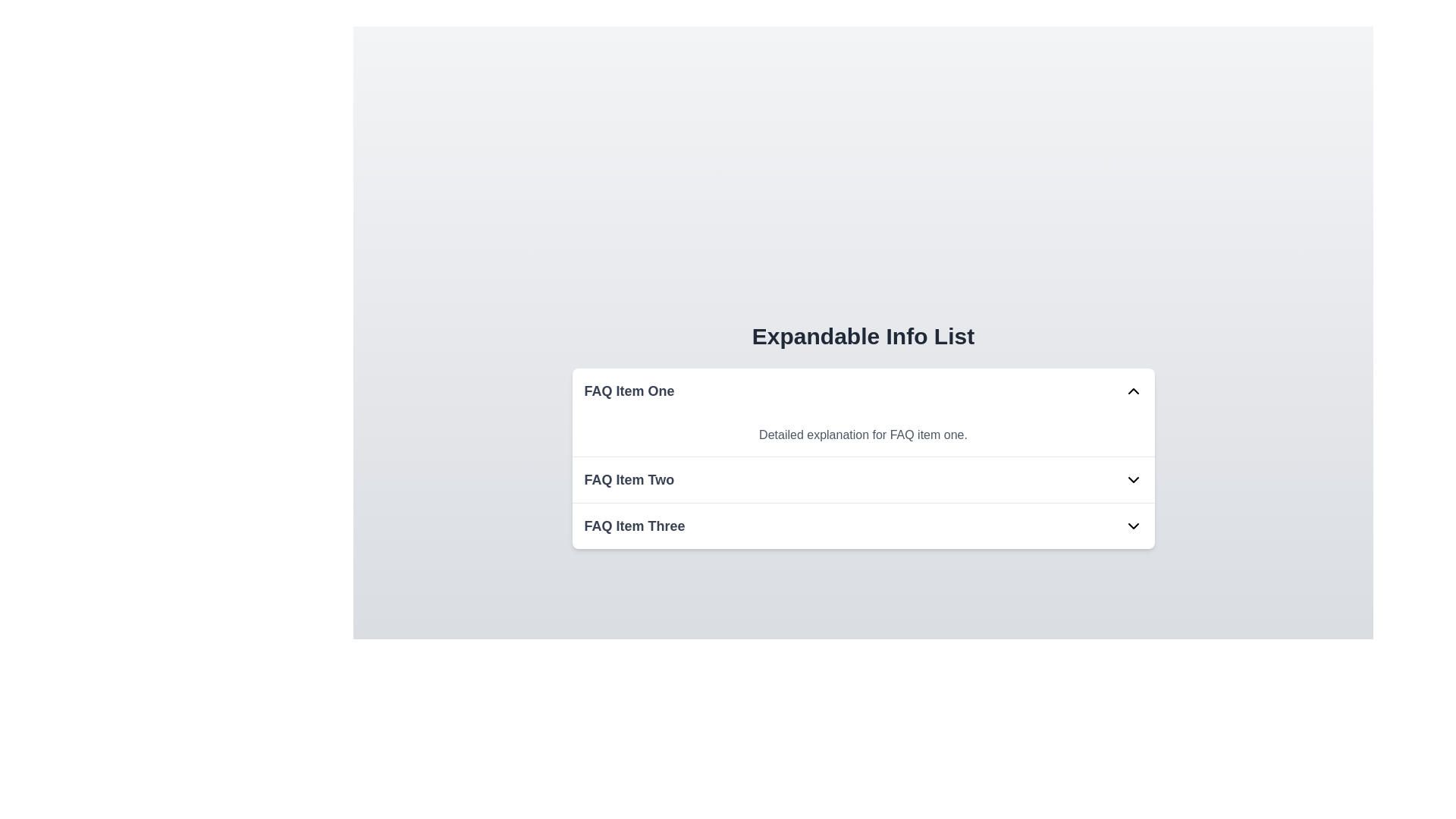 The image size is (1456, 819). I want to click on text displayed in the static text label 'FAQ Item Two', which is styled with a large and bold font and is part of a vertically aligned list of FAQ items, so click(629, 479).